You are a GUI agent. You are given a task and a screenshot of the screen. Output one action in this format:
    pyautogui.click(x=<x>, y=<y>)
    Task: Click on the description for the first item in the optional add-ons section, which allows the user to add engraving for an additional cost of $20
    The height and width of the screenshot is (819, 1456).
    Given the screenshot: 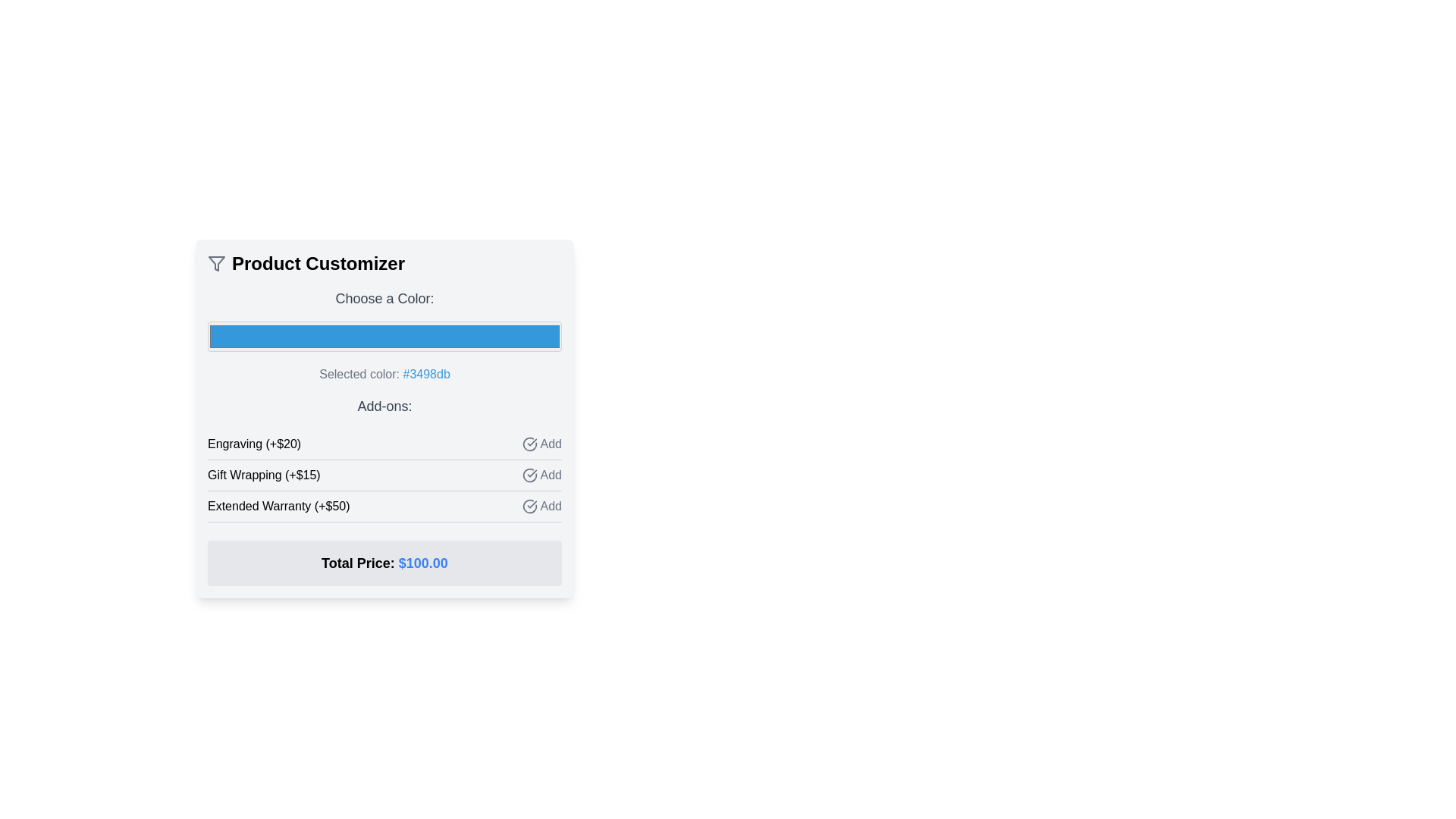 What is the action you would take?
    pyautogui.click(x=384, y=444)
    